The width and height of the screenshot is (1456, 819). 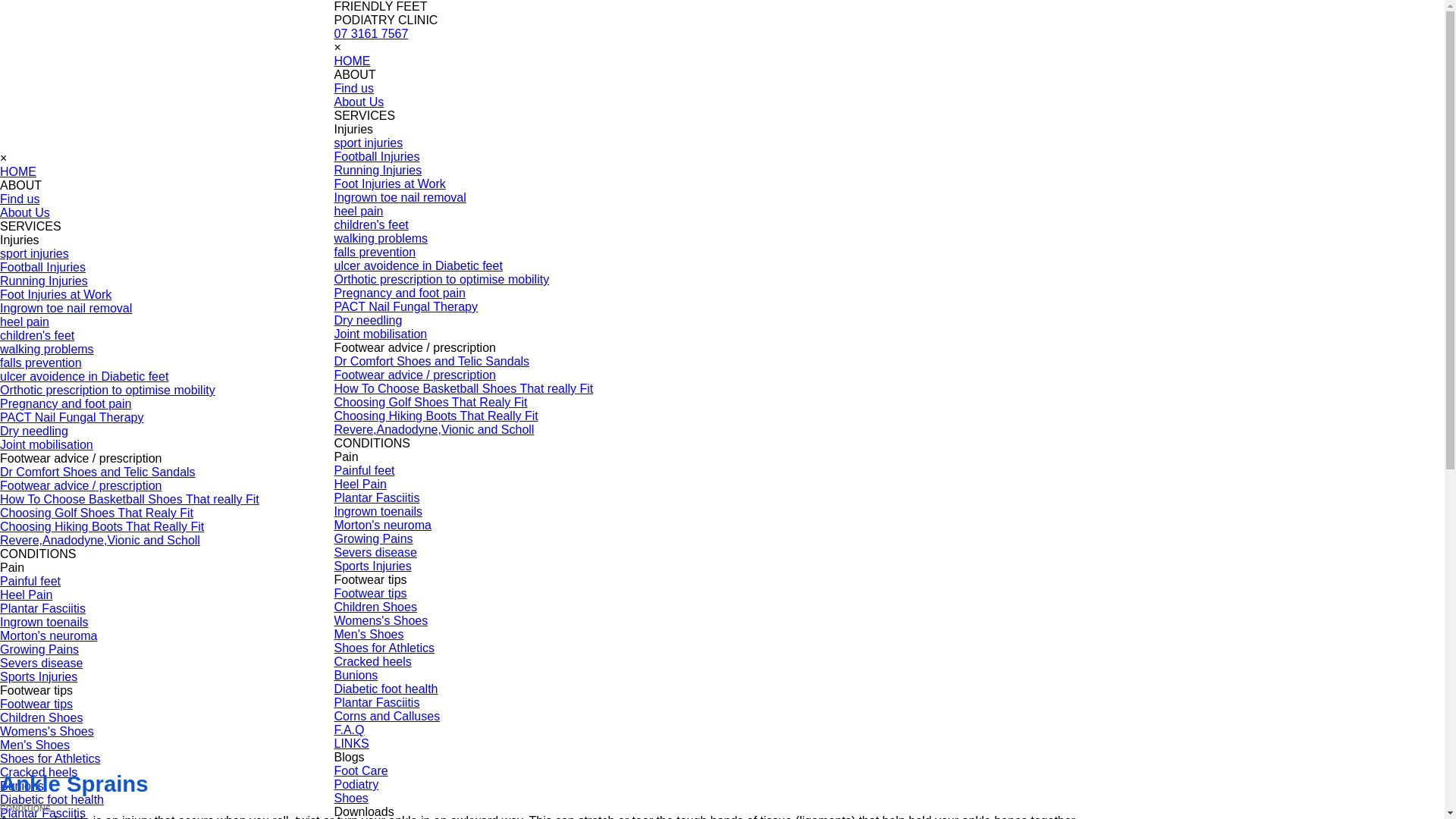 What do you see at coordinates (350, 742) in the screenshot?
I see `'LINKS'` at bounding box center [350, 742].